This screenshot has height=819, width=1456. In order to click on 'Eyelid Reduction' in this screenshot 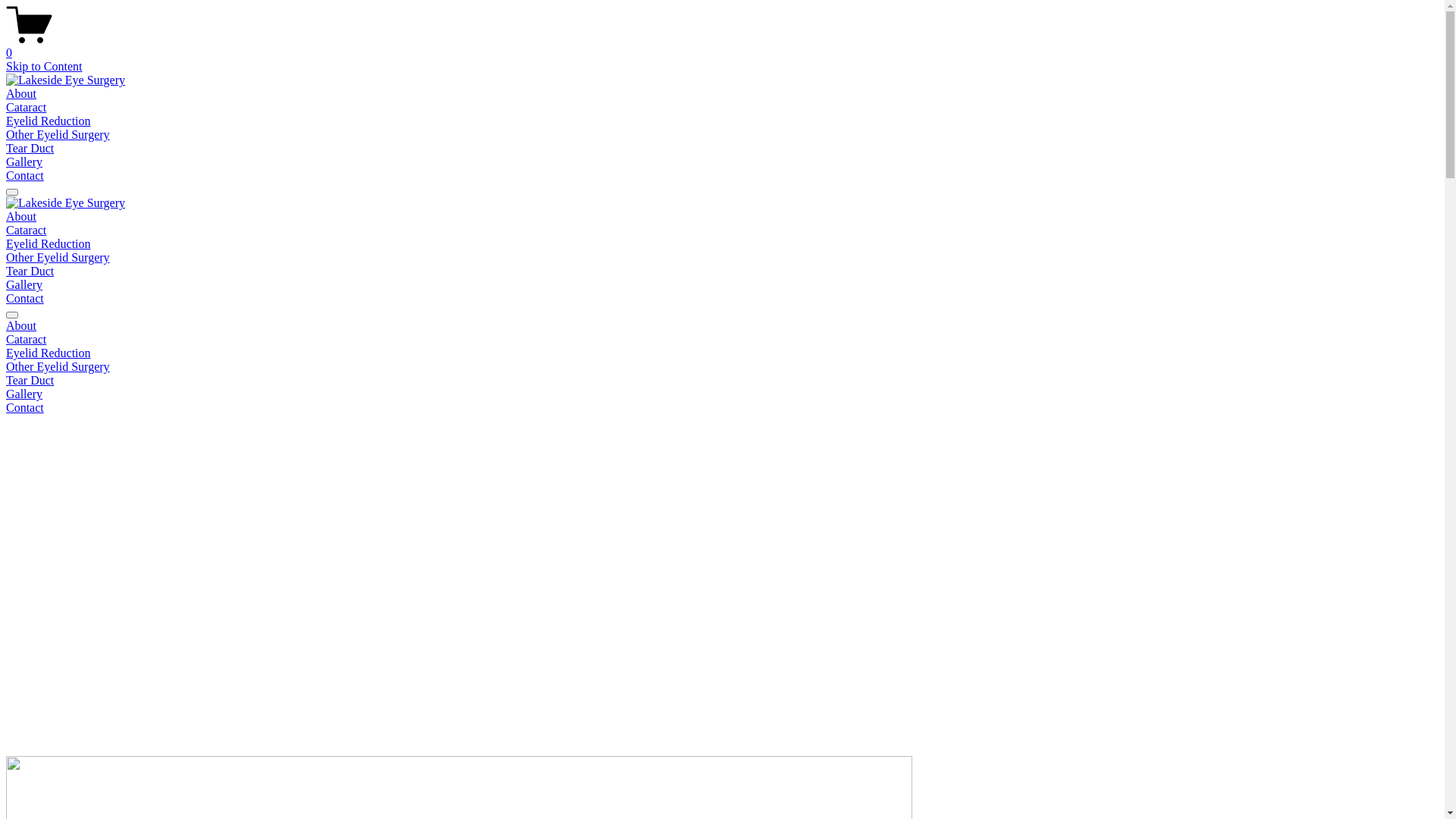, I will do `click(6, 120)`.